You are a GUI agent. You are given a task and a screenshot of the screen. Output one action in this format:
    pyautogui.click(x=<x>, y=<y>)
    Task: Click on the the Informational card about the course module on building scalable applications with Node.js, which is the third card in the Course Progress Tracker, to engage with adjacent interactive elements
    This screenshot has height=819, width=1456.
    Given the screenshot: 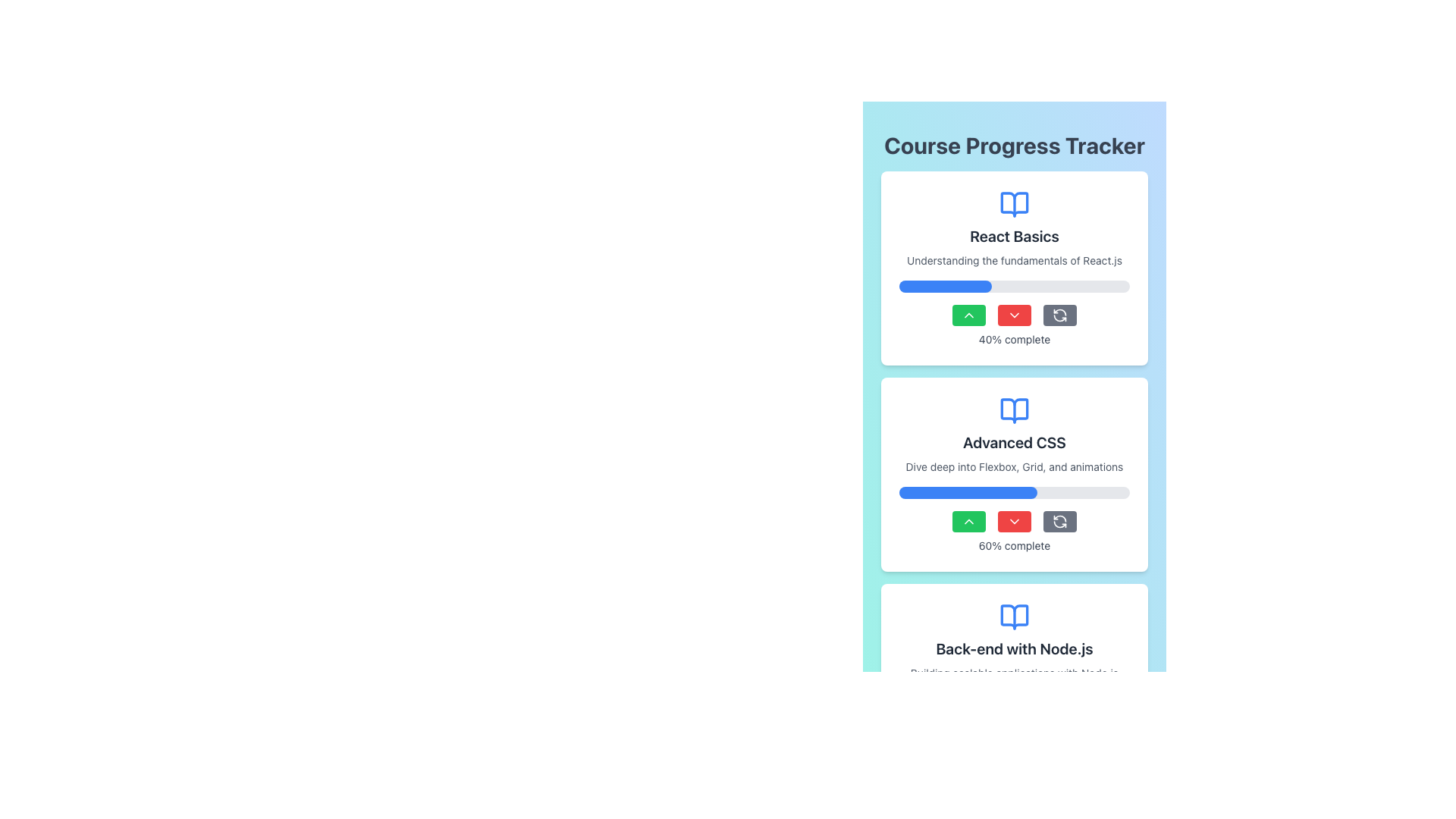 What is the action you would take?
    pyautogui.click(x=1015, y=680)
    